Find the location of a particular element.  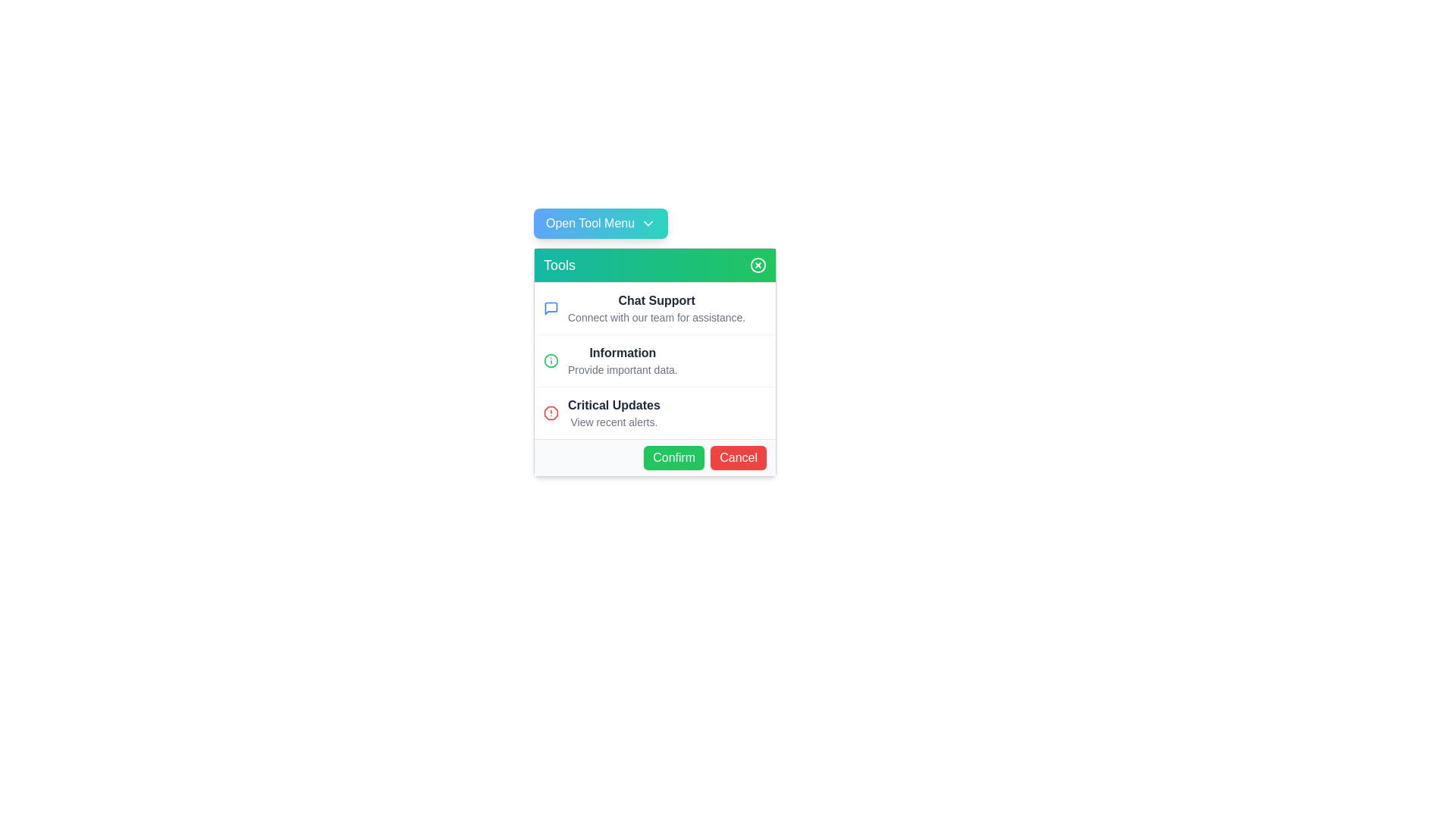

the text label indicating the feature to connect with support, located at the top of the 'Tools' dialog box is located at coordinates (657, 301).